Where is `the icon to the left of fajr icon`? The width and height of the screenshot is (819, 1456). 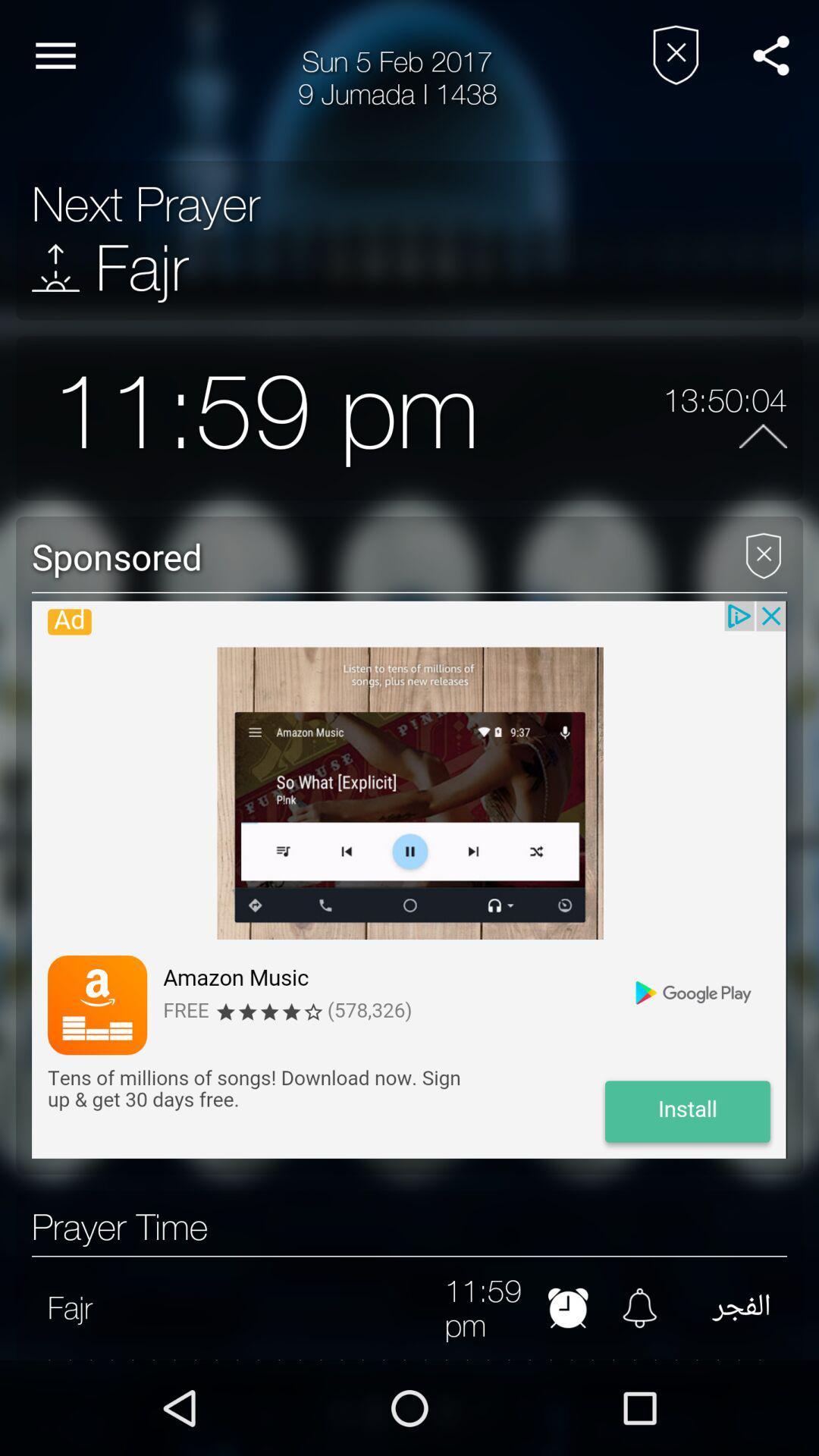 the icon to the left of fajr icon is located at coordinates (55, 268).